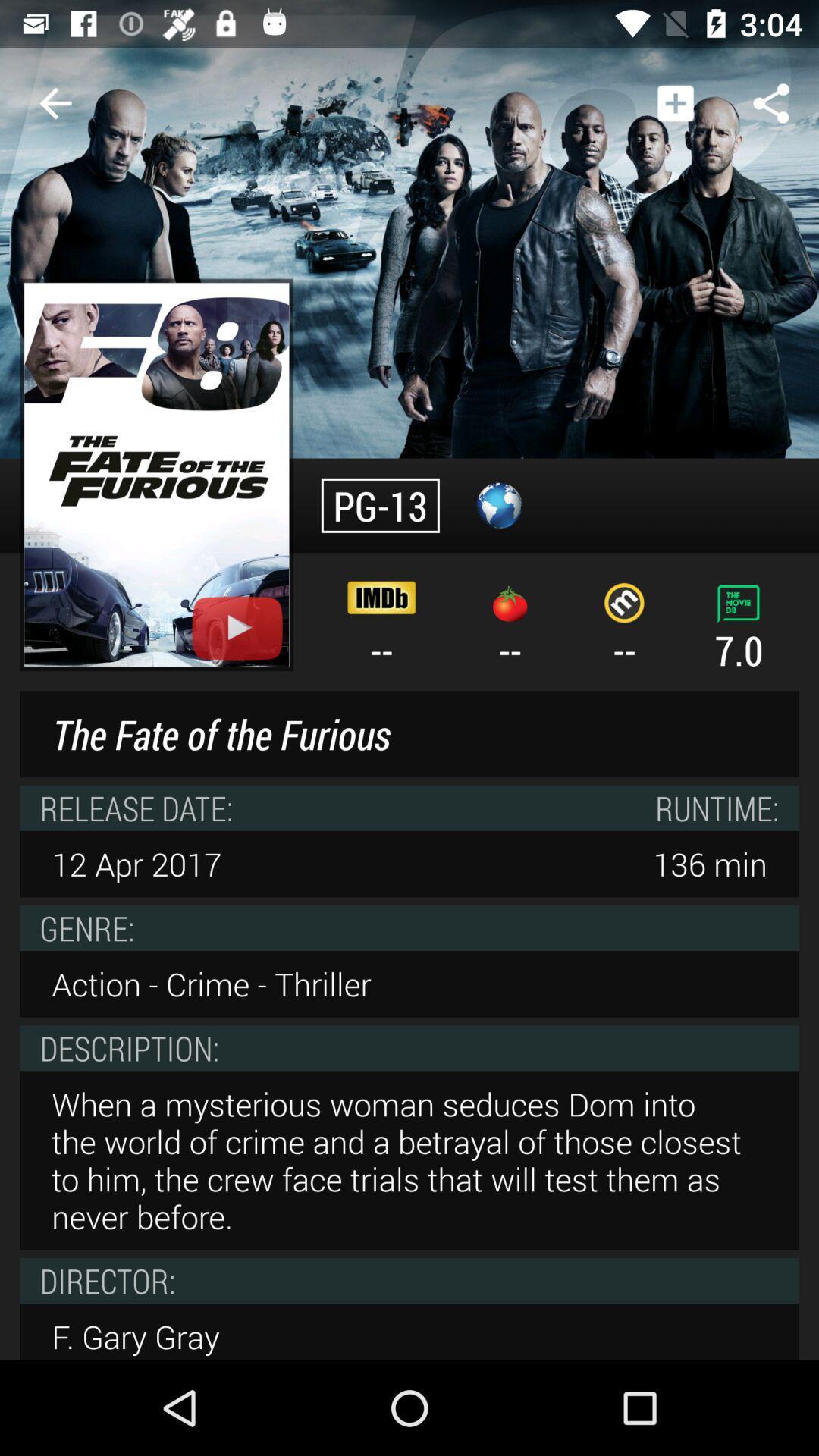  I want to click on icon to the left of the   app, so click(55, 102).